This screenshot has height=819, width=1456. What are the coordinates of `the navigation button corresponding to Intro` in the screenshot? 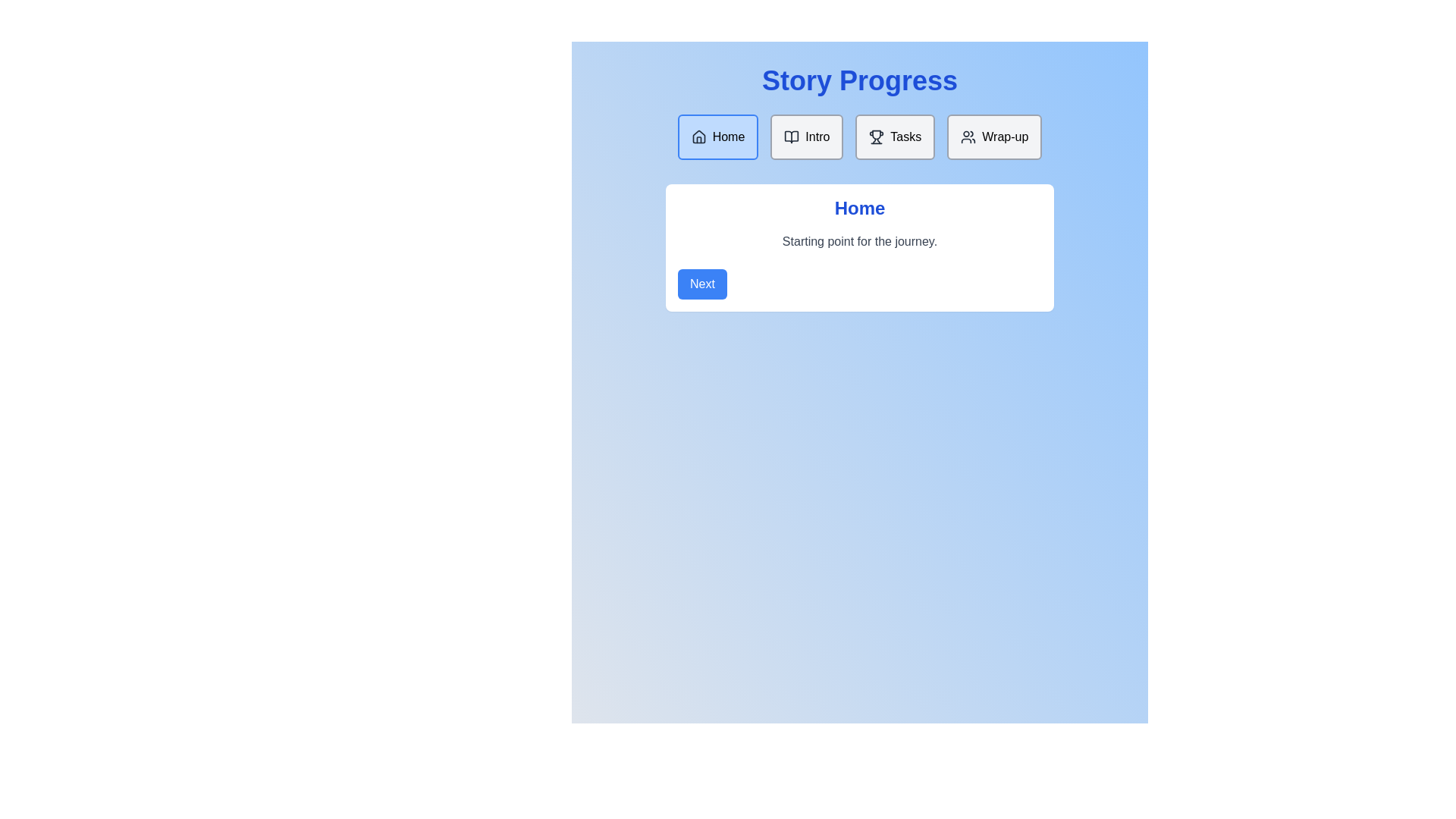 It's located at (806, 137).